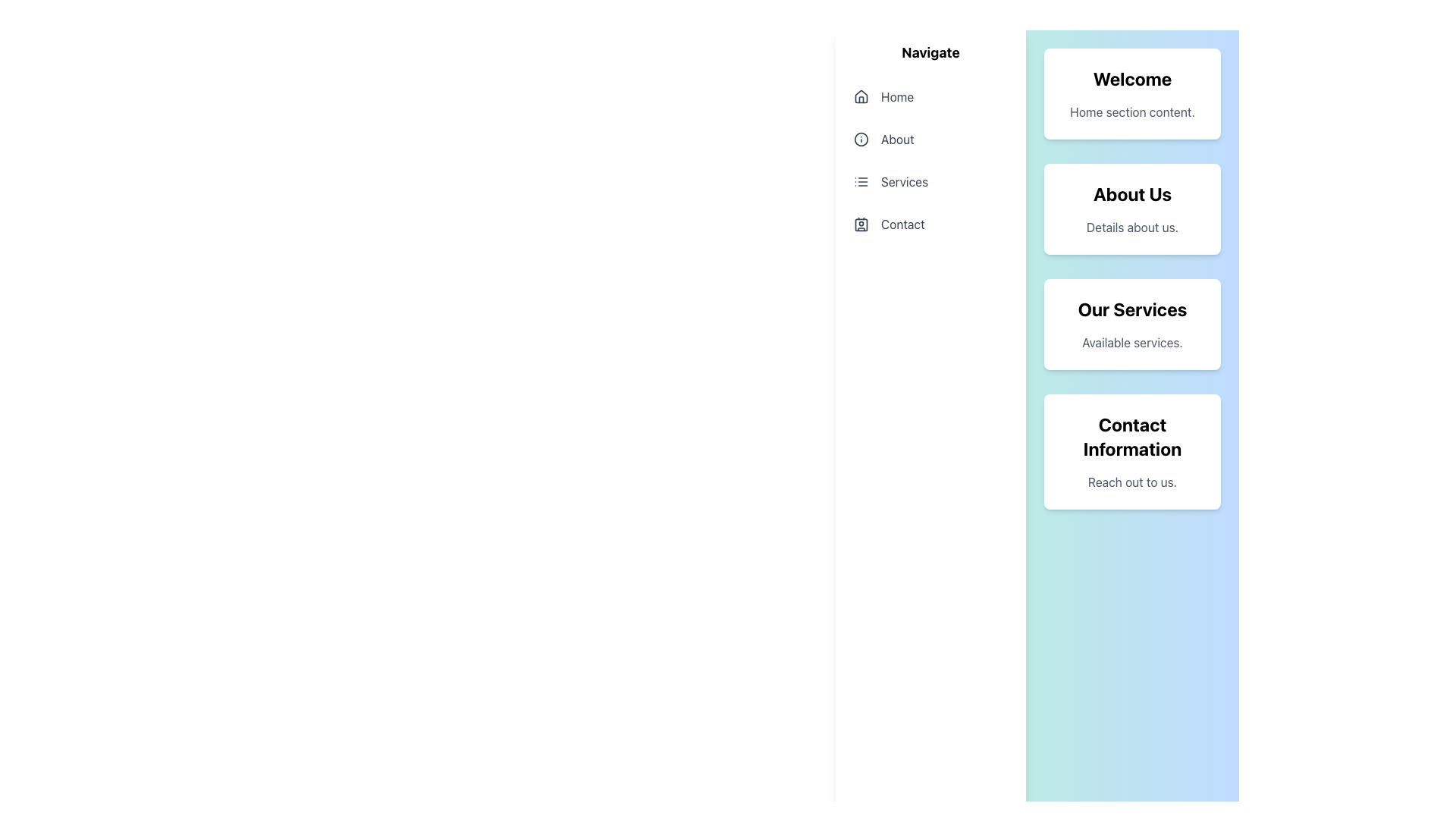 The image size is (1456, 819). I want to click on the Content card displaying 'Our Services' with a white background and rounded corners, located as the third card in the main content panel, so click(1132, 324).